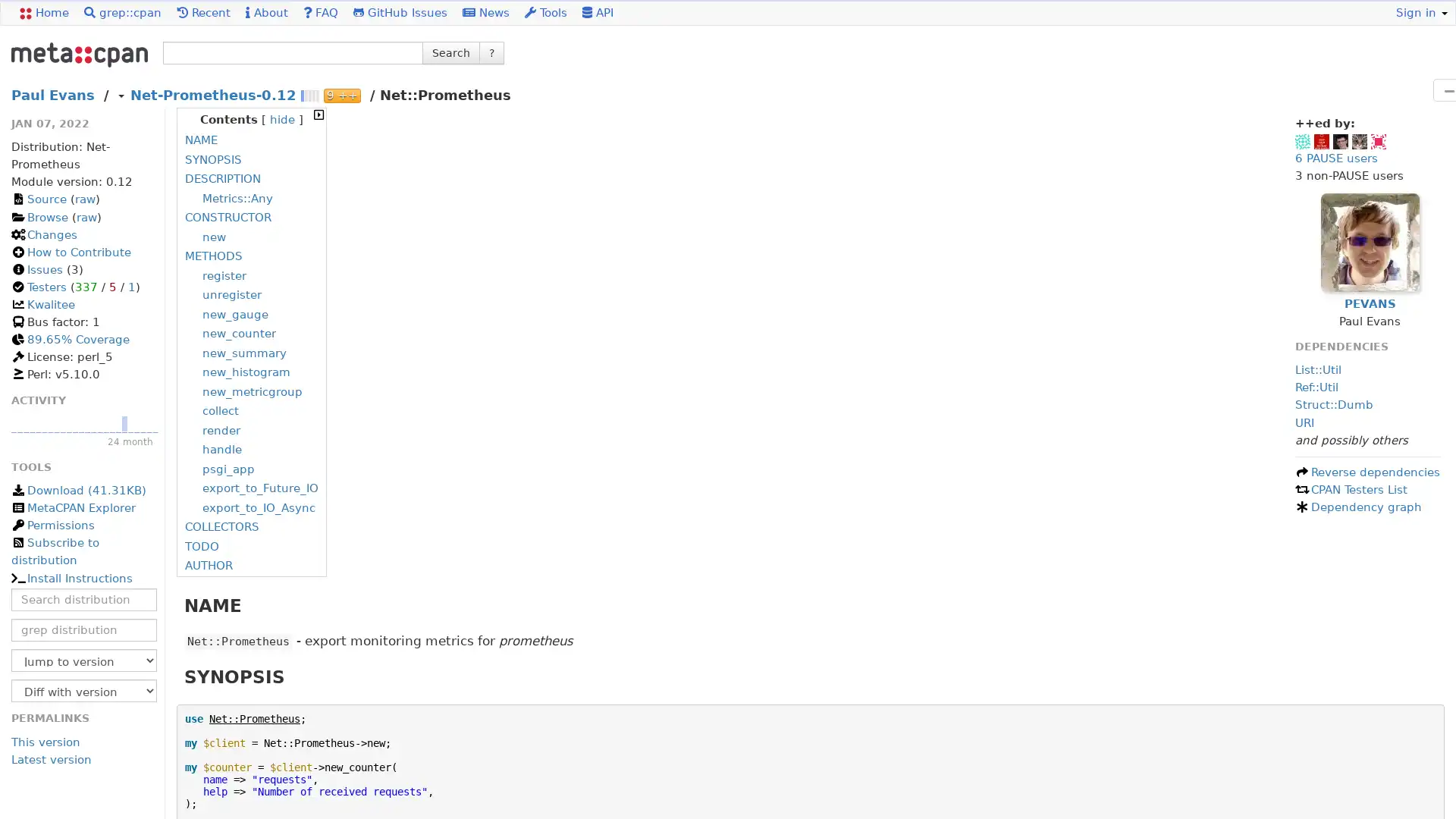 This screenshot has width=1456, height=819. Describe the element at coordinates (450, 52) in the screenshot. I see `Search` at that location.